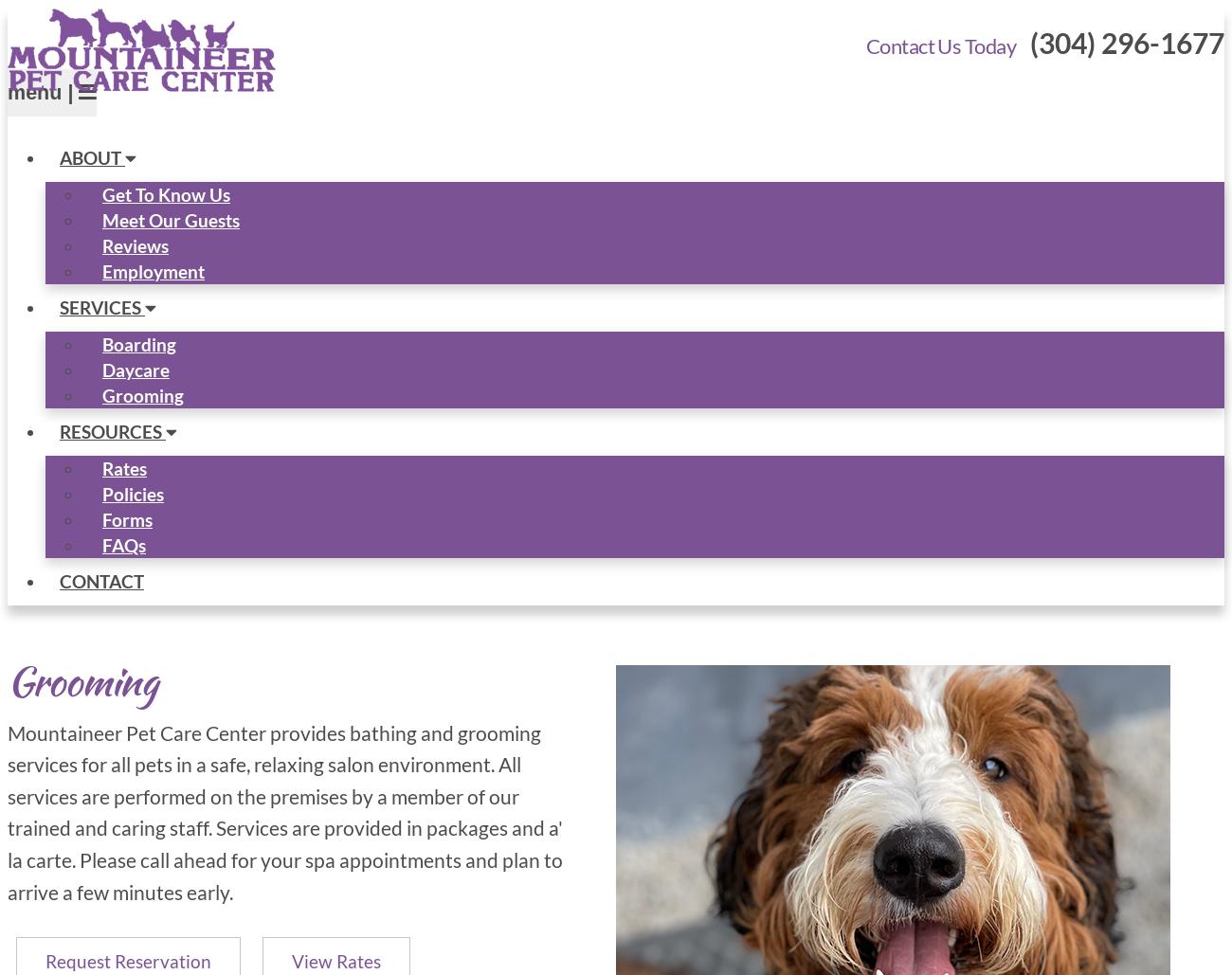 This screenshot has height=975, width=1232. What do you see at coordinates (1127, 42) in the screenshot?
I see `'(304) 296-1677'` at bounding box center [1127, 42].